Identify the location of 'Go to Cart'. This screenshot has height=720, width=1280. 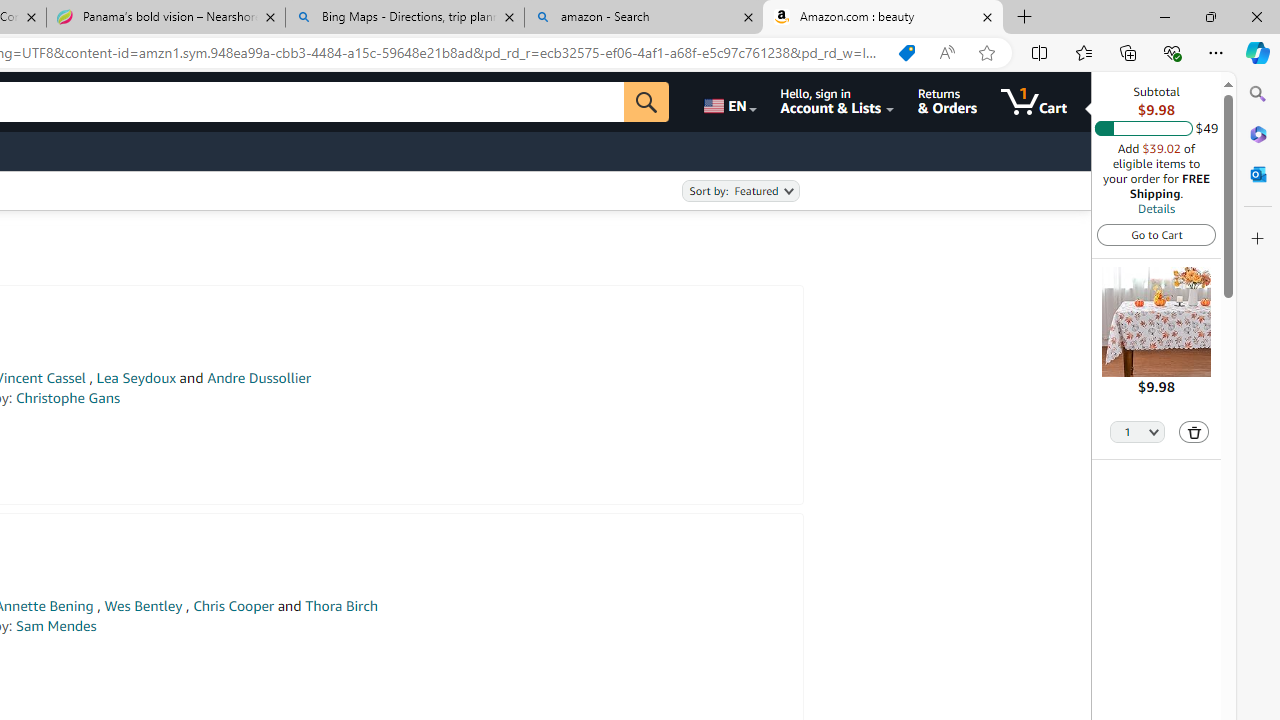
(1156, 233).